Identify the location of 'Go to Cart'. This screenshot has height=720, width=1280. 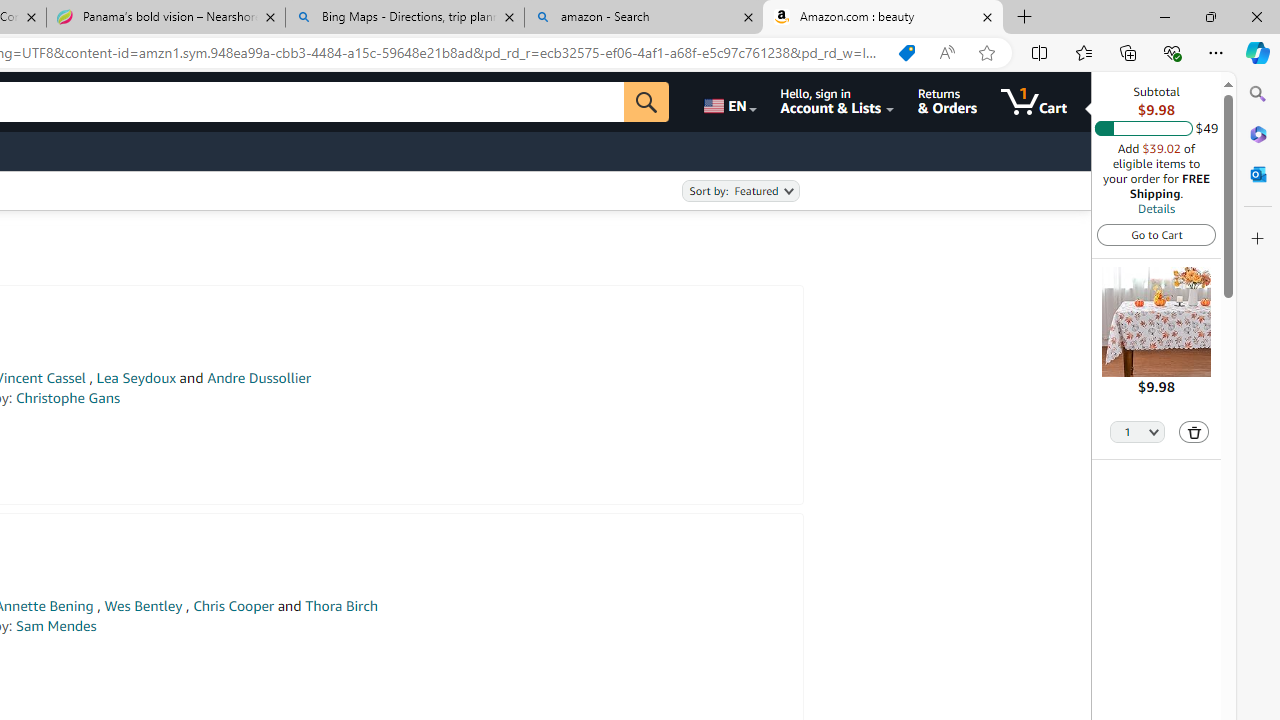
(1156, 233).